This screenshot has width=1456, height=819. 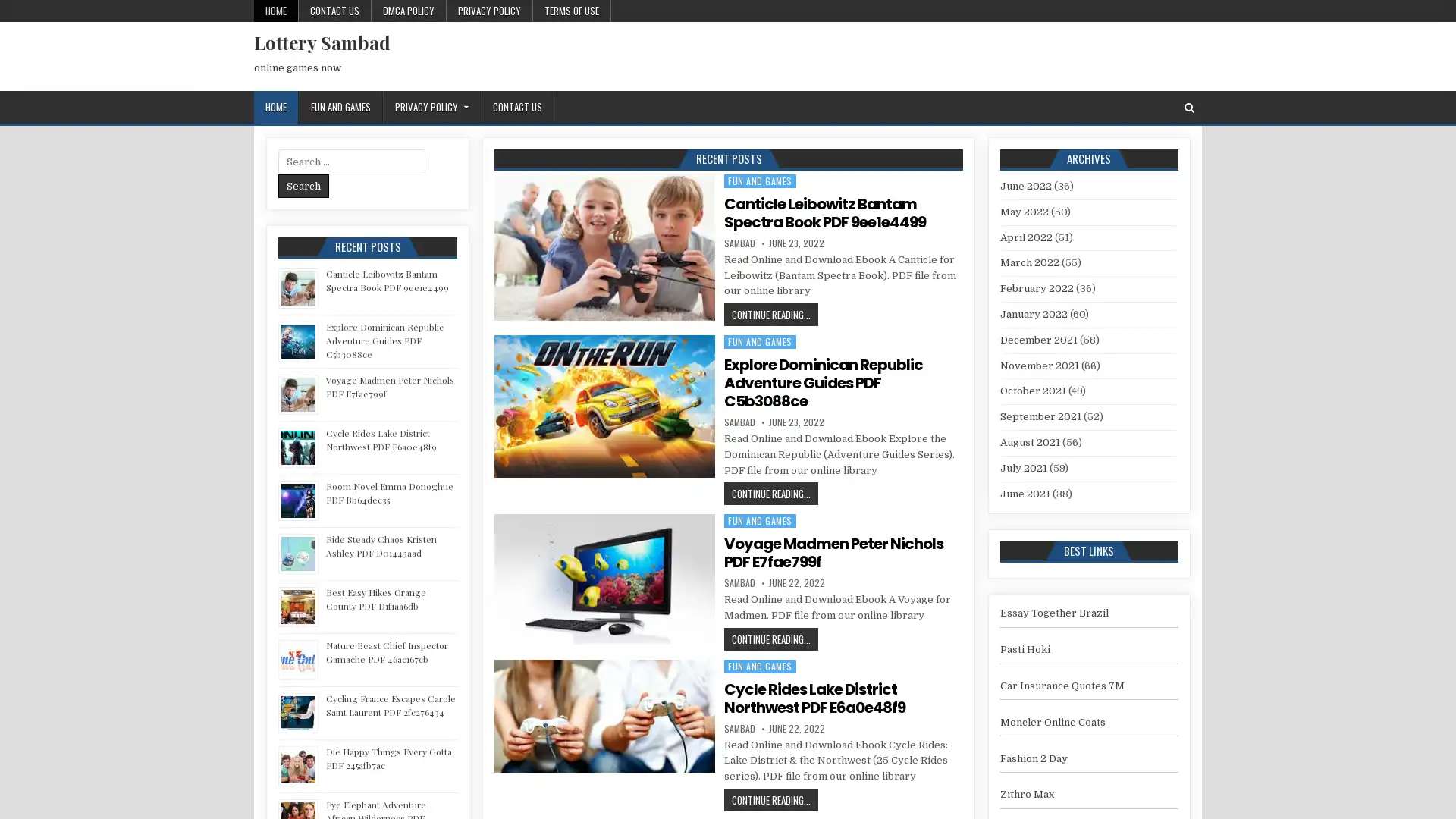 What do you see at coordinates (303, 185) in the screenshot?
I see `Search` at bounding box center [303, 185].